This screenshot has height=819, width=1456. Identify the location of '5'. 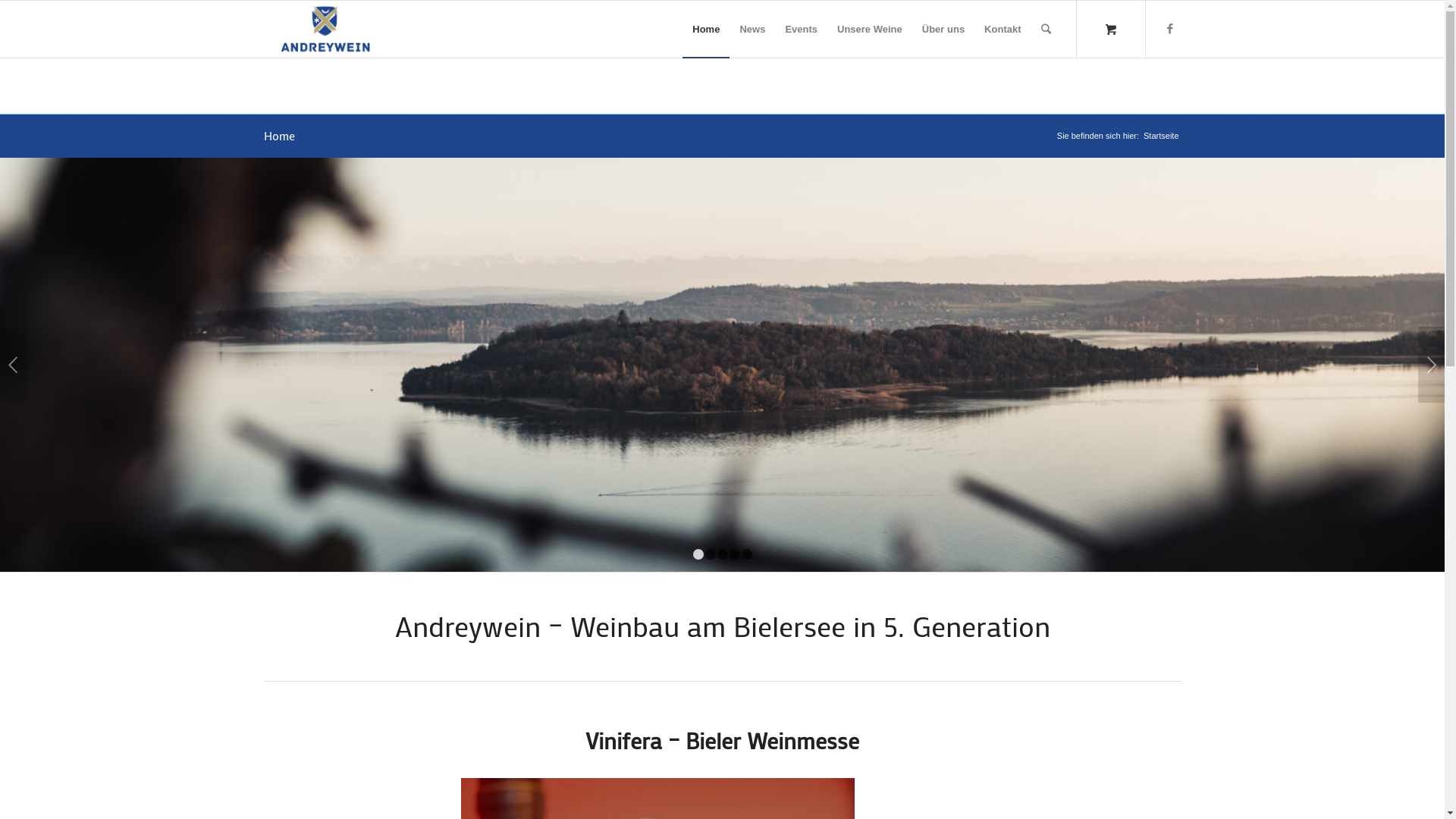
(746, 554).